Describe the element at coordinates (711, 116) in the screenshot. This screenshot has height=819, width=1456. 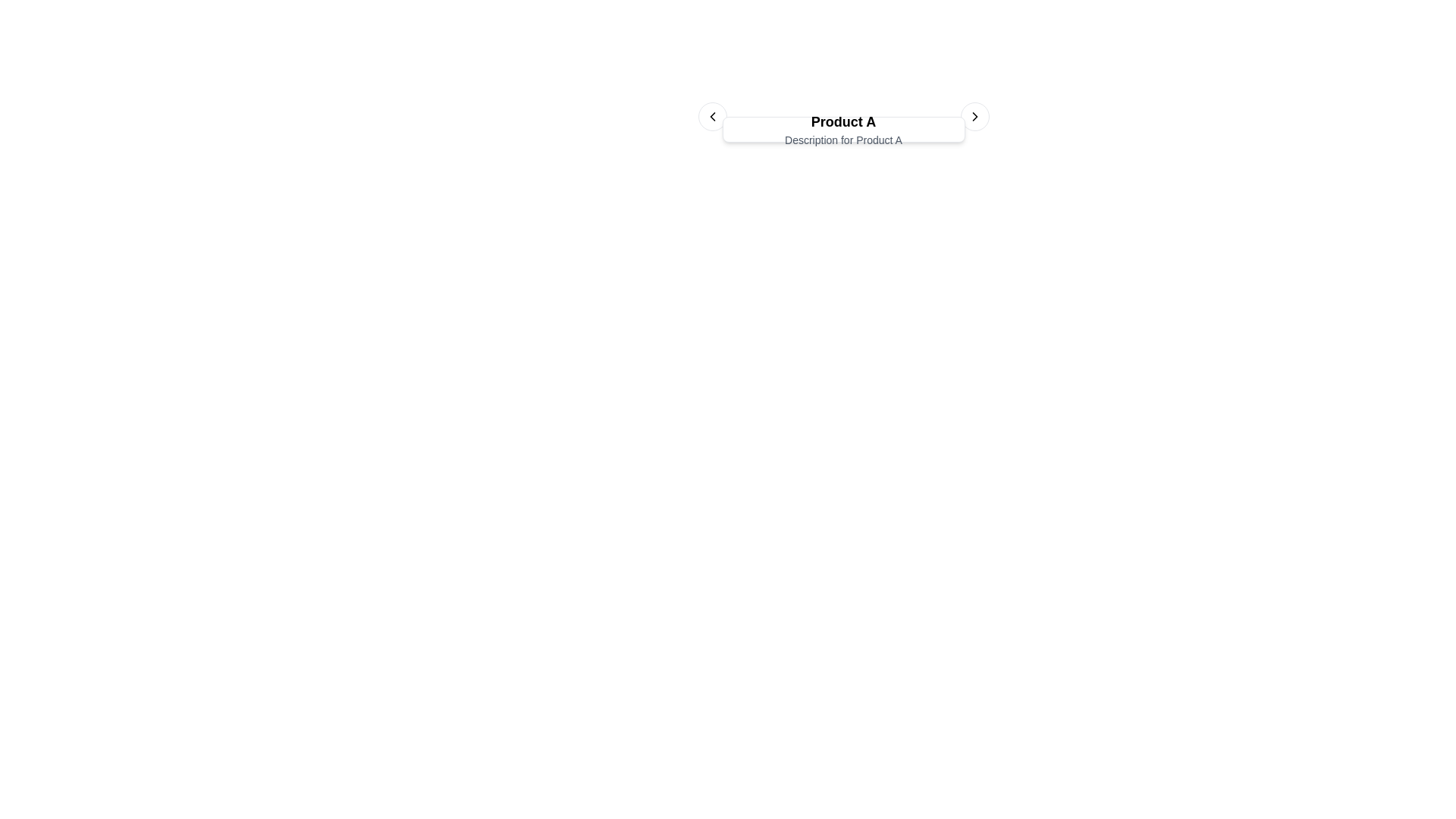
I see `the leftward-facing chevron icon that is part of the navigational elements for 'Product A'` at that location.